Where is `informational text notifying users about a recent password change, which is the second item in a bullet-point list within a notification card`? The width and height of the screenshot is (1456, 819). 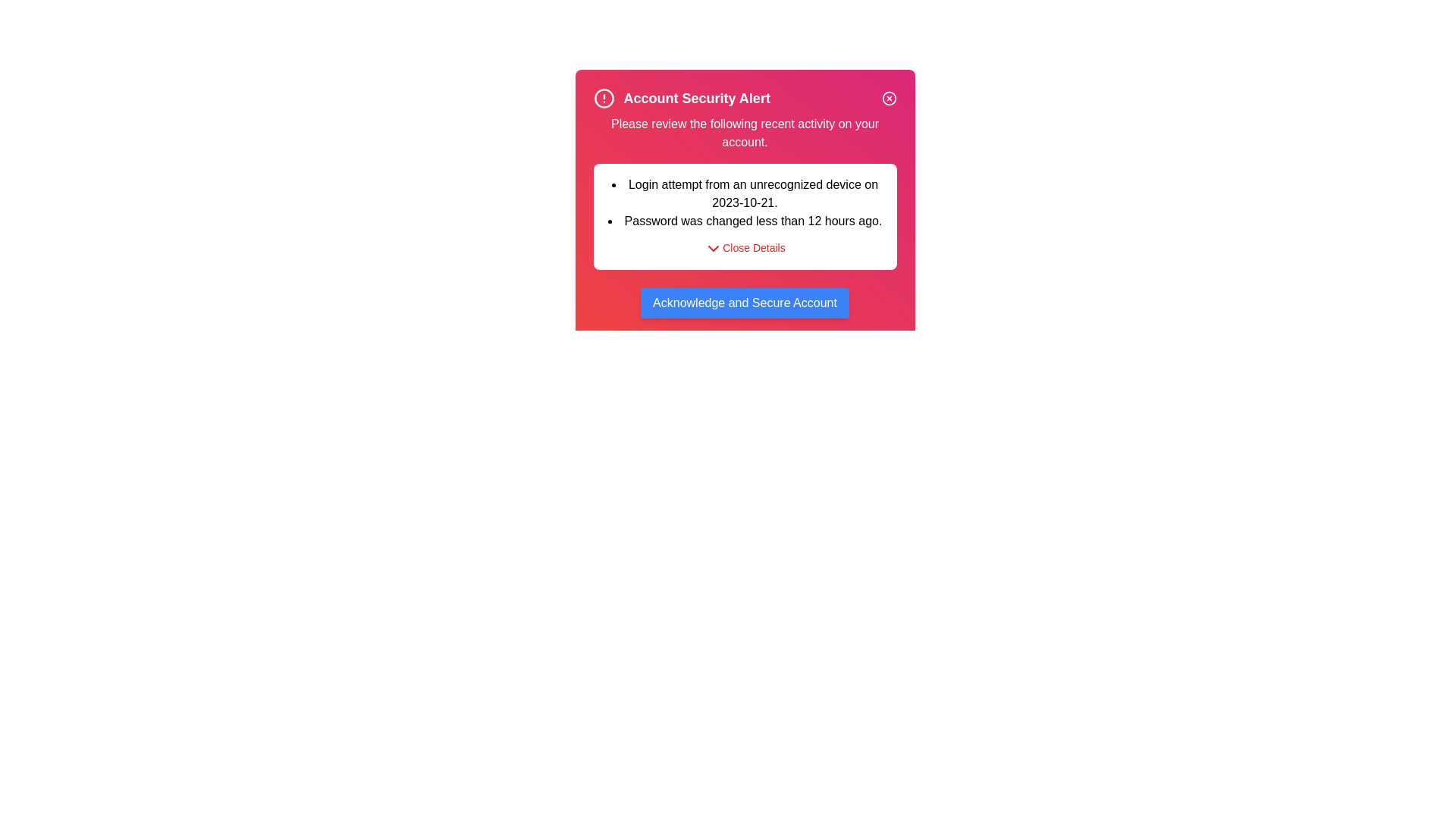
informational text notifying users about a recent password change, which is the second item in a bullet-point list within a notification card is located at coordinates (745, 221).